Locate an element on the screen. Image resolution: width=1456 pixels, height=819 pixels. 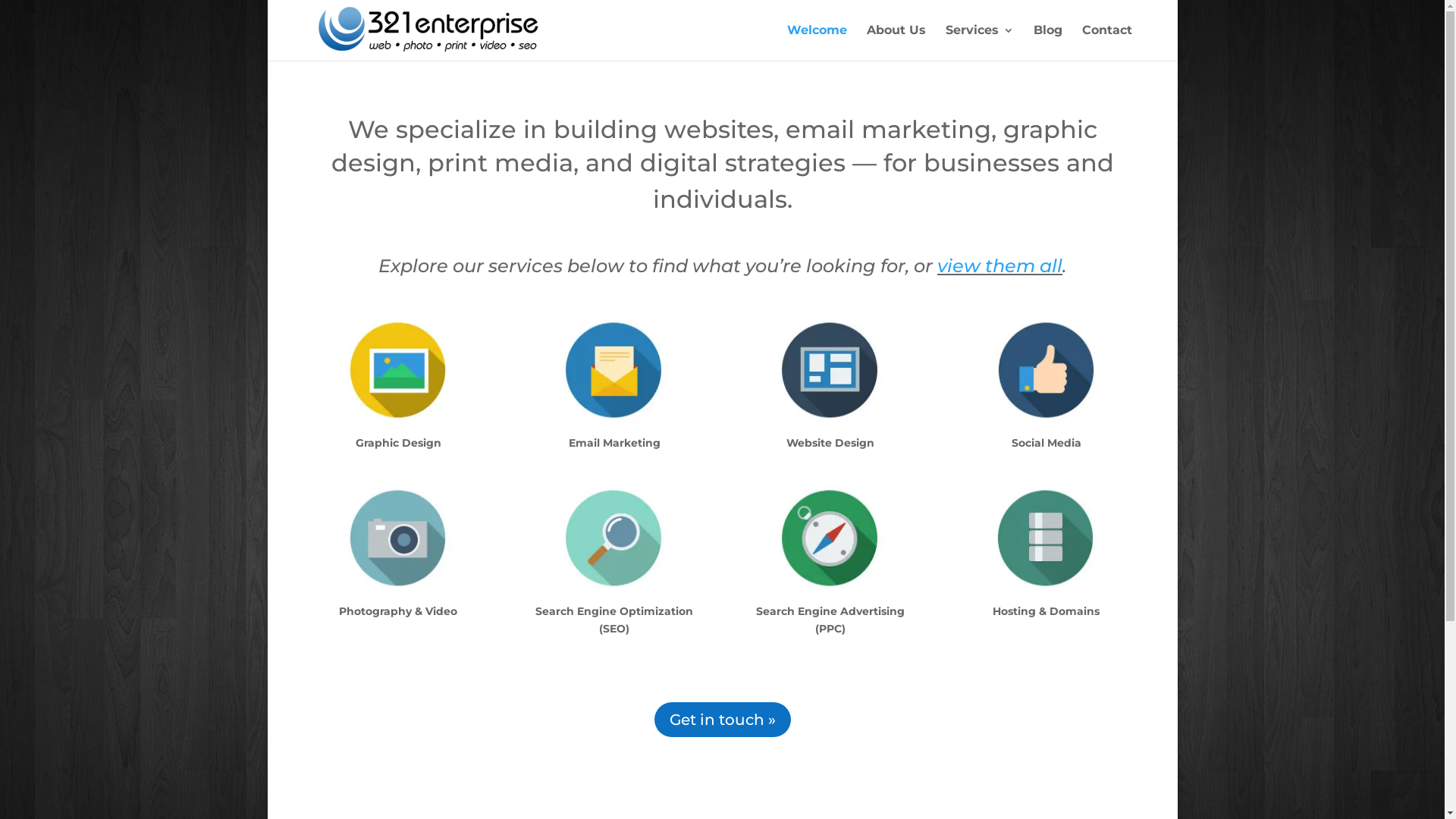
'Welcome' is located at coordinates (816, 42).